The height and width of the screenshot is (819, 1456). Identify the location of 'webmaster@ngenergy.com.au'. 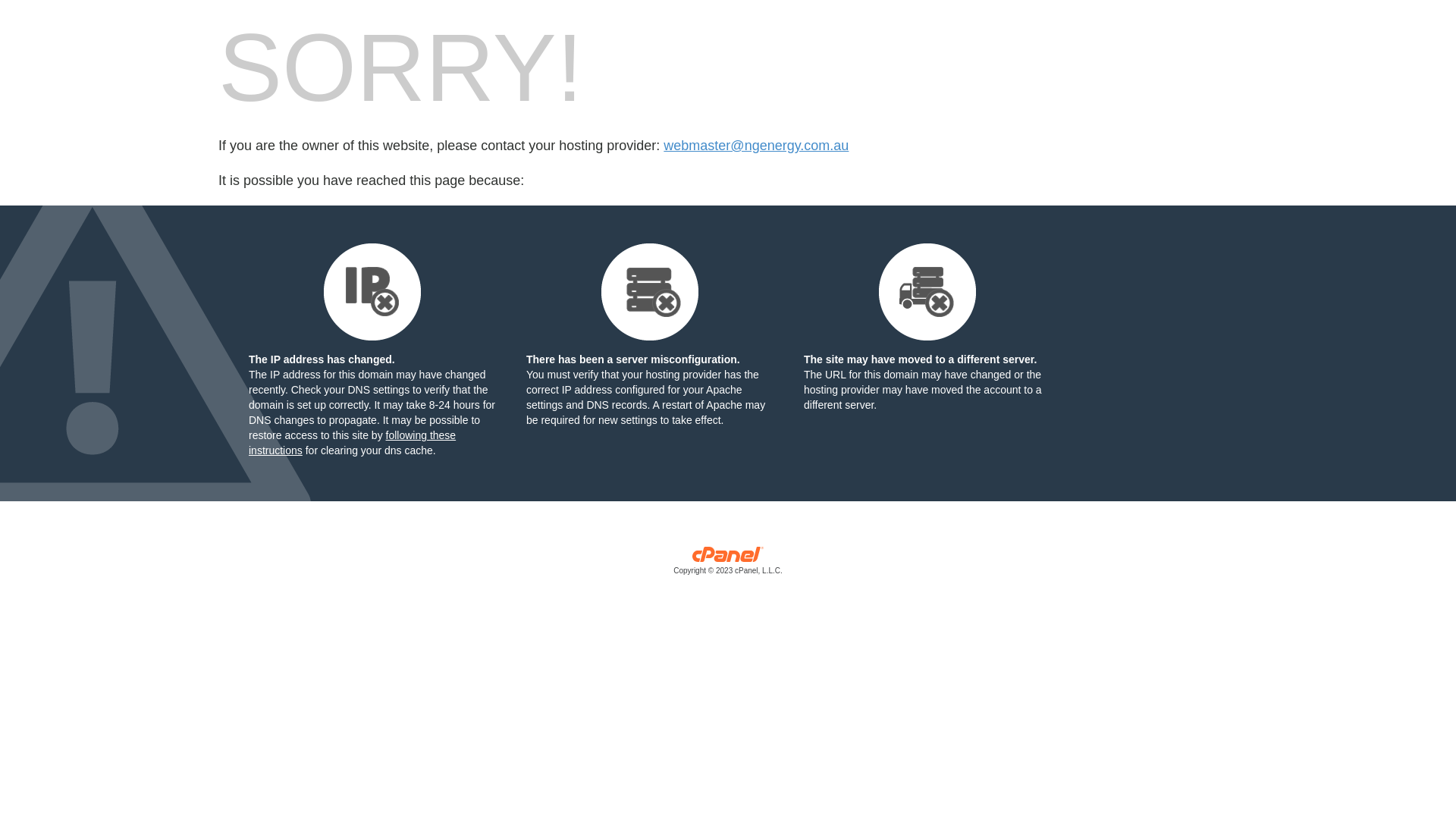
(663, 146).